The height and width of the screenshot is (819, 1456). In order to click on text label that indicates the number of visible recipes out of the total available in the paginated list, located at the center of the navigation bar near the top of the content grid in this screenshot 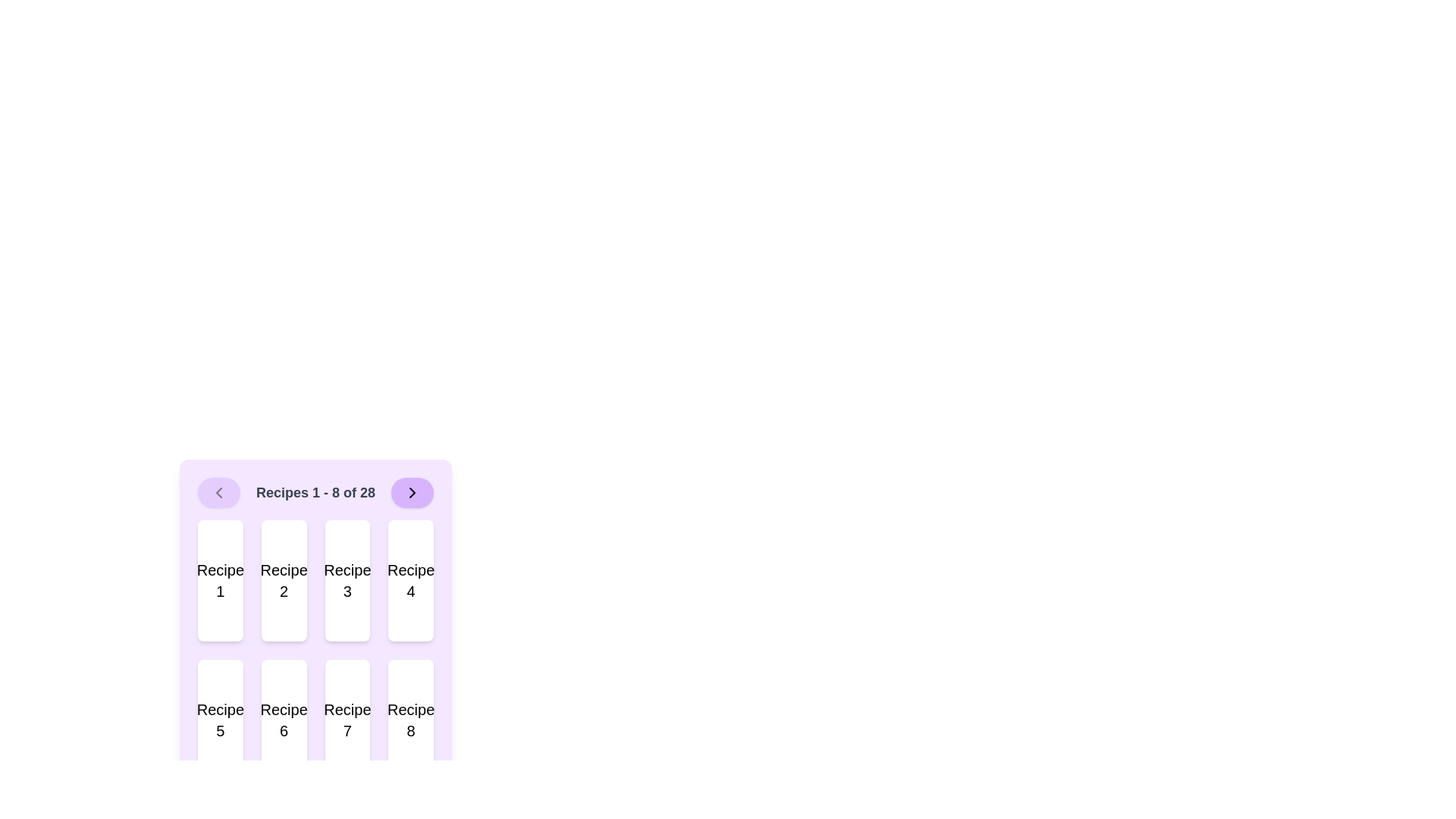, I will do `click(315, 493)`.